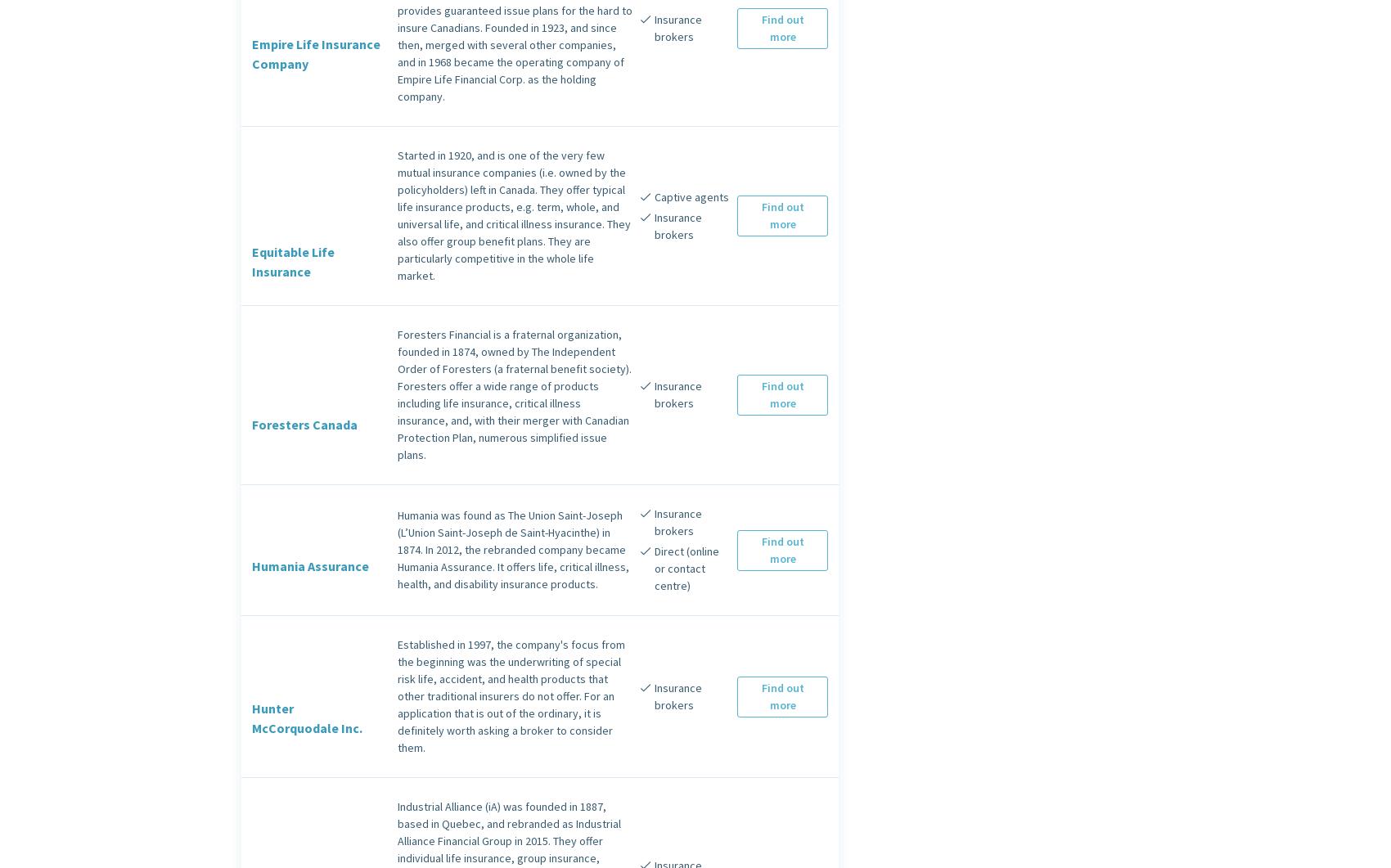 The width and height of the screenshot is (1391, 868). What do you see at coordinates (685, 567) in the screenshot?
I see `'Direct (online or contact centre)'` at bounding box center [685, 567].